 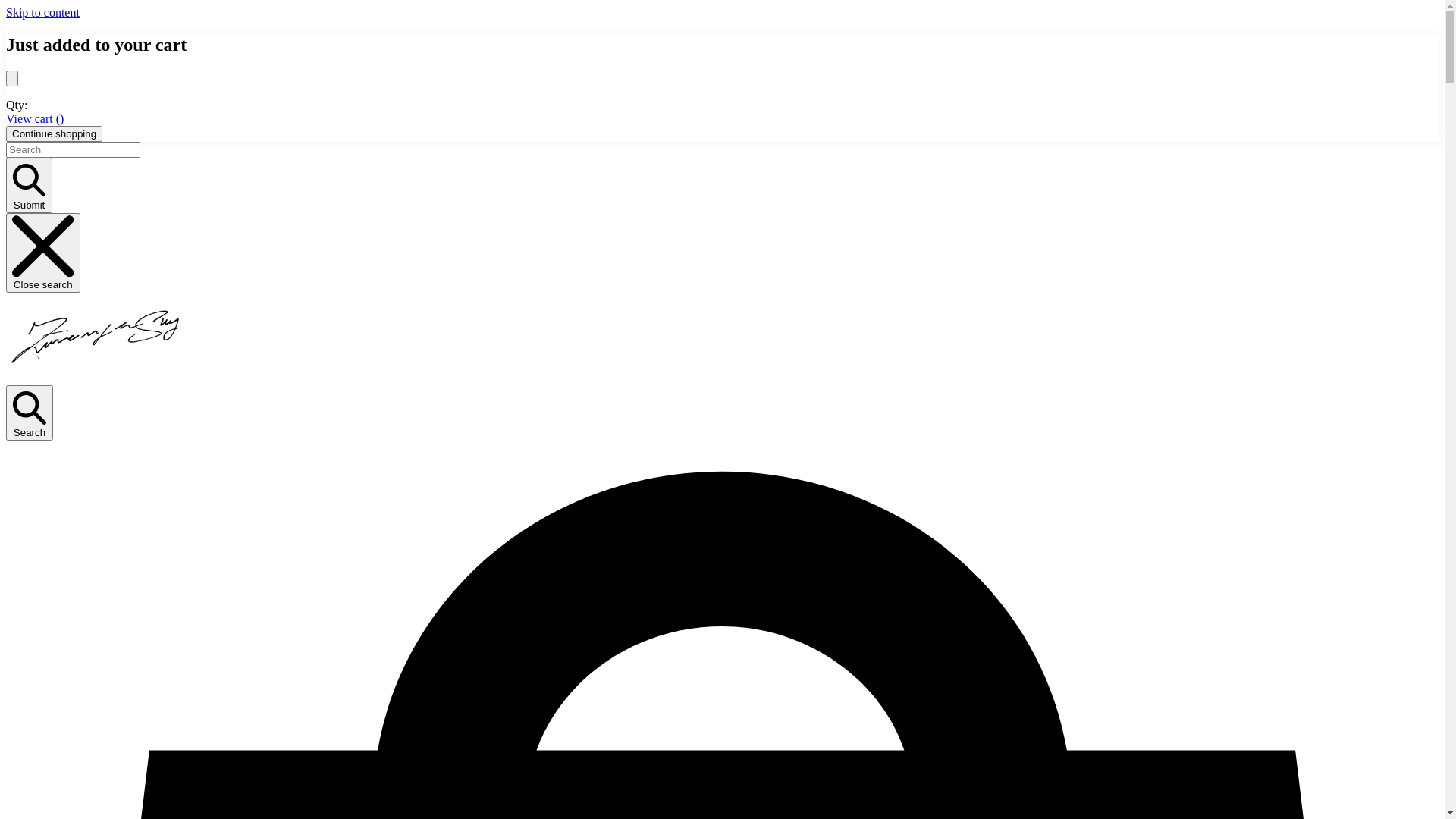 What do you see at coordinates (29, 413) in the screenshot?
I see `'Search'` at bounding box center [29, 413].